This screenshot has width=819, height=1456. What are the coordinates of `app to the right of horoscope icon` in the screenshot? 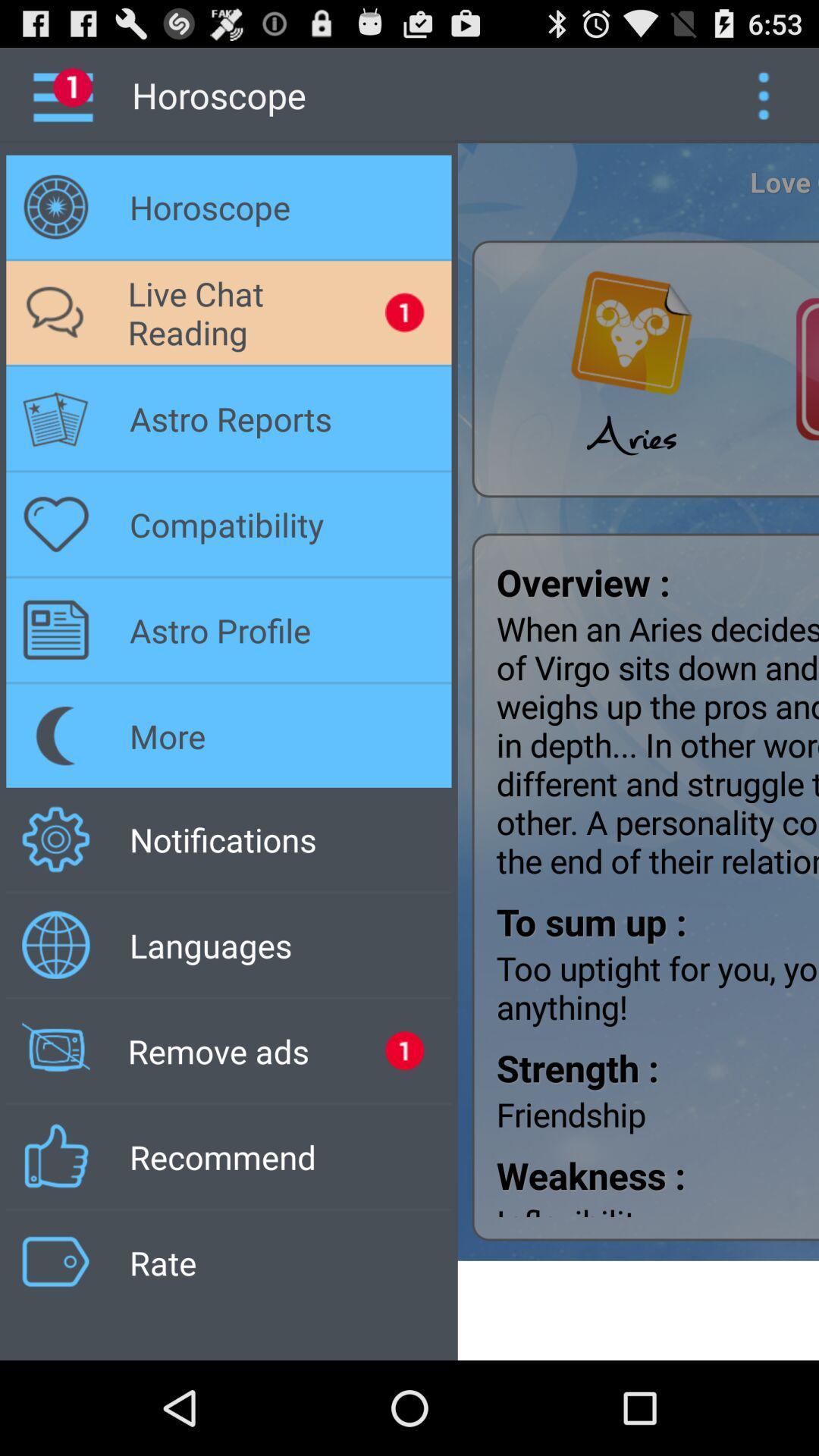 It's located at (763, 94).